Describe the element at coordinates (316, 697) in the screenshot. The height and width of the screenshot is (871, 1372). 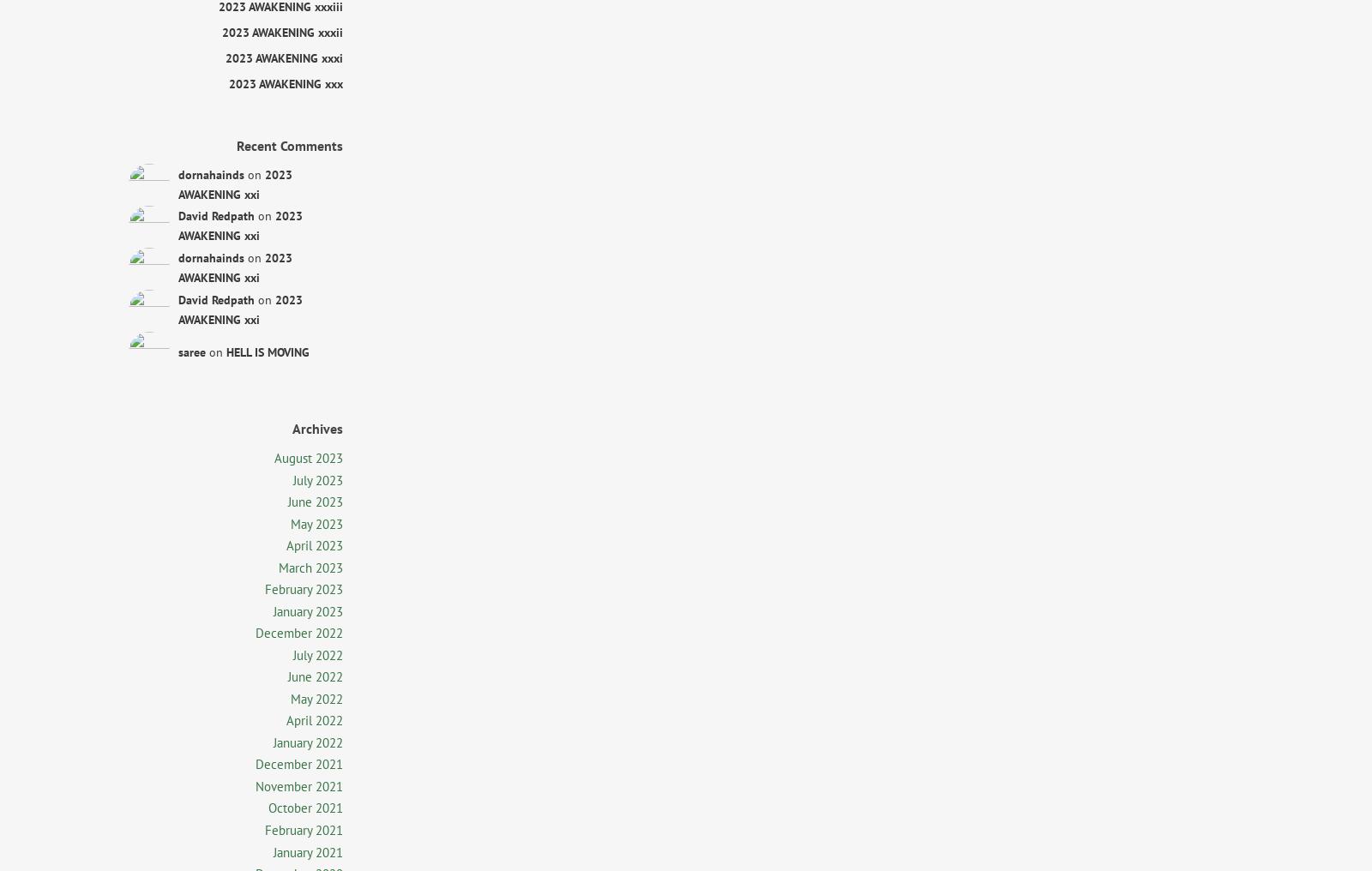
I see `'May 2022'` at that location.